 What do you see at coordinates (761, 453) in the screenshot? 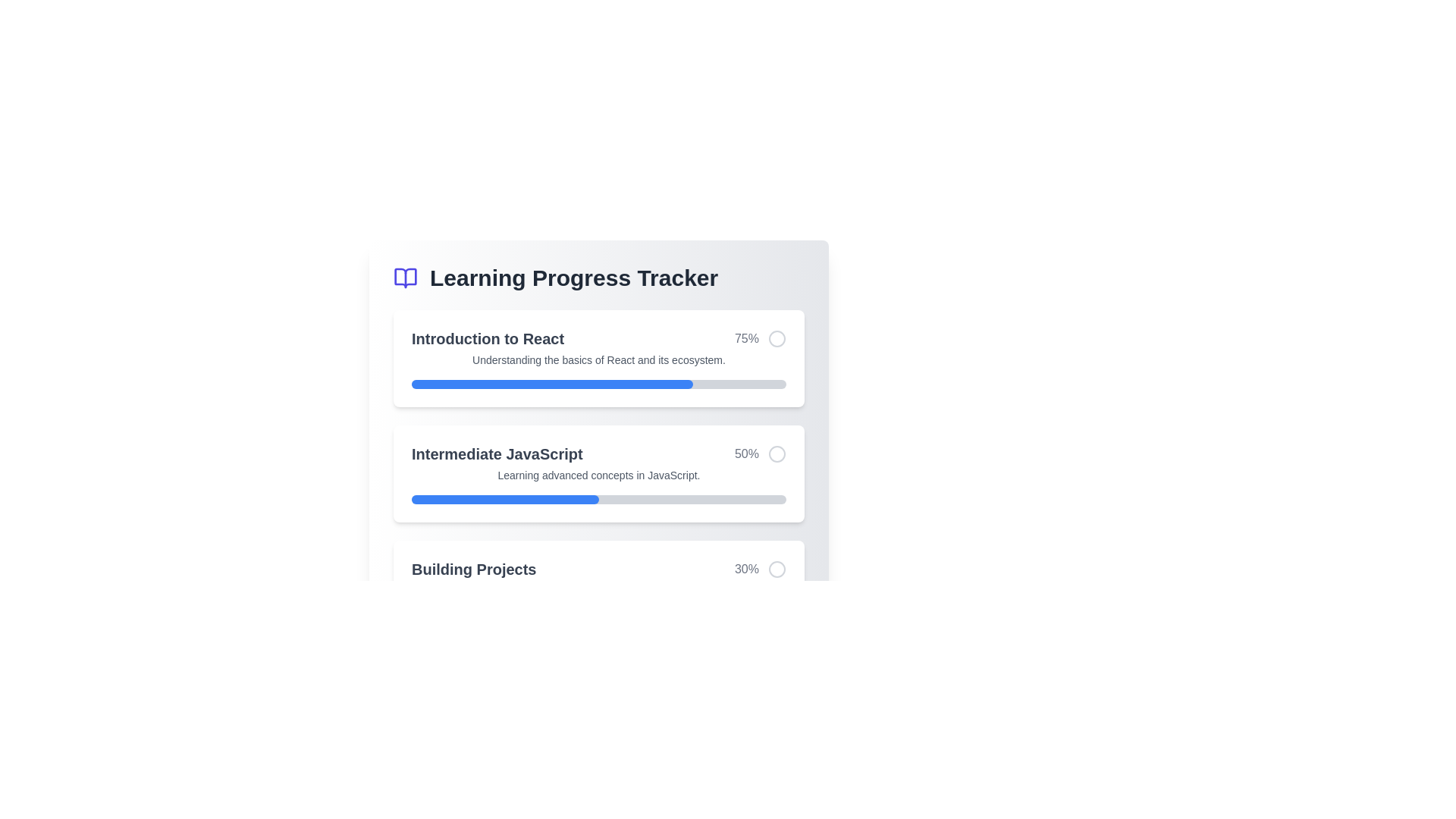
I see `the circular icon next to the '50%' progress label in the learning progress tracker for interaction` at bounding box center [761, 453].